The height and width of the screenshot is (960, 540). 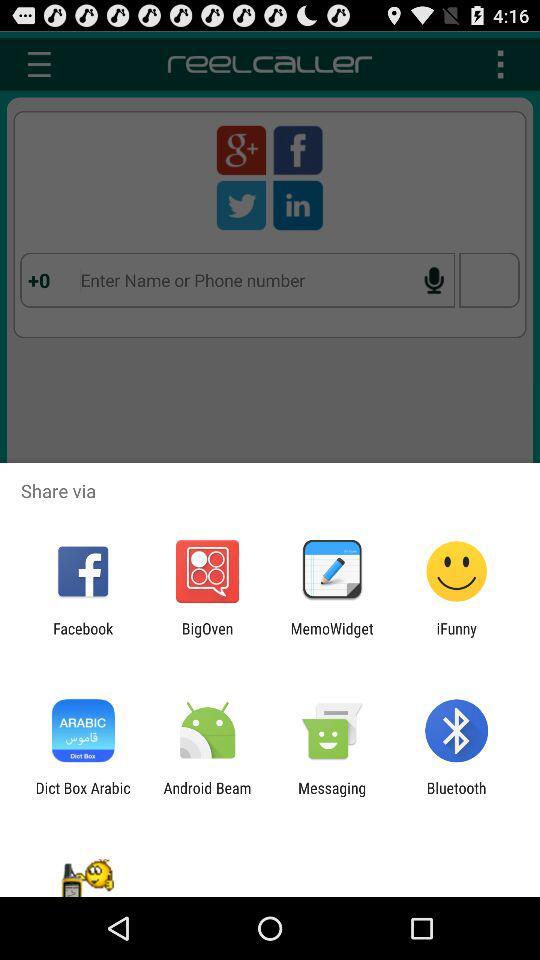 I want to click on the item next to android beam app, so click(x=82, y=796).